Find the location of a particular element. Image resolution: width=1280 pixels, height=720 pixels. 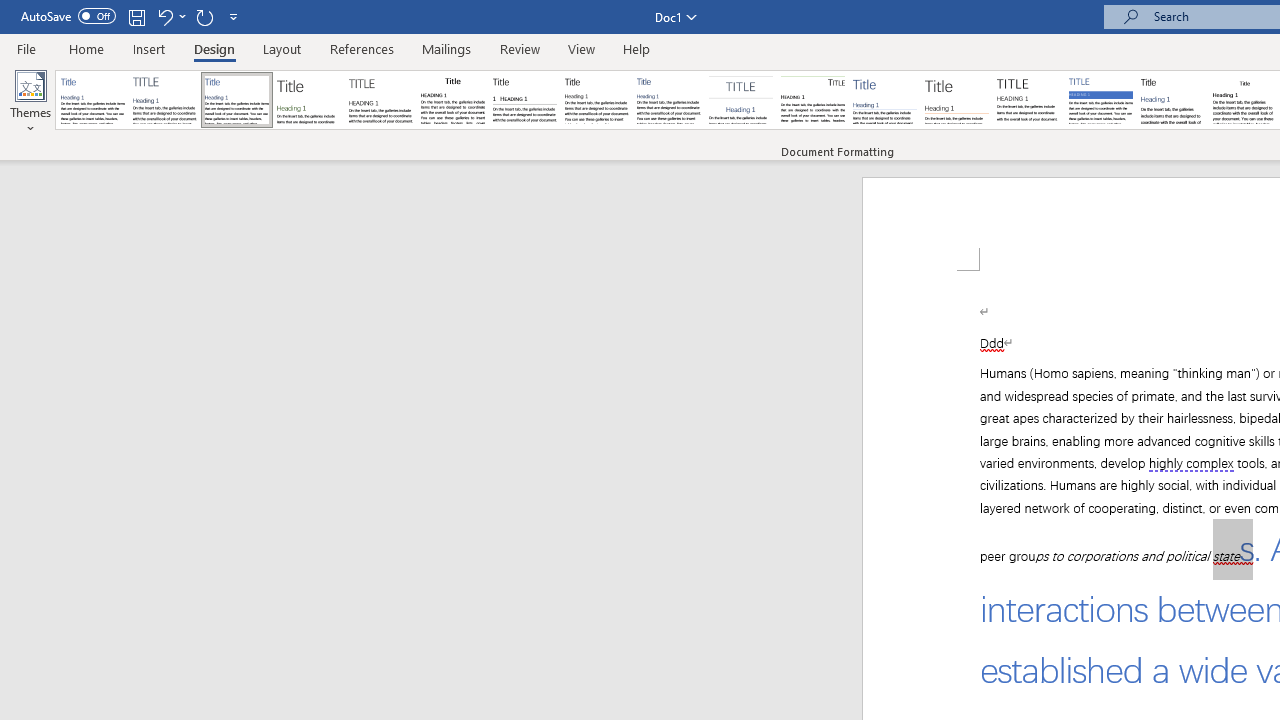

'Word' is located at coordinates (1173, 100).